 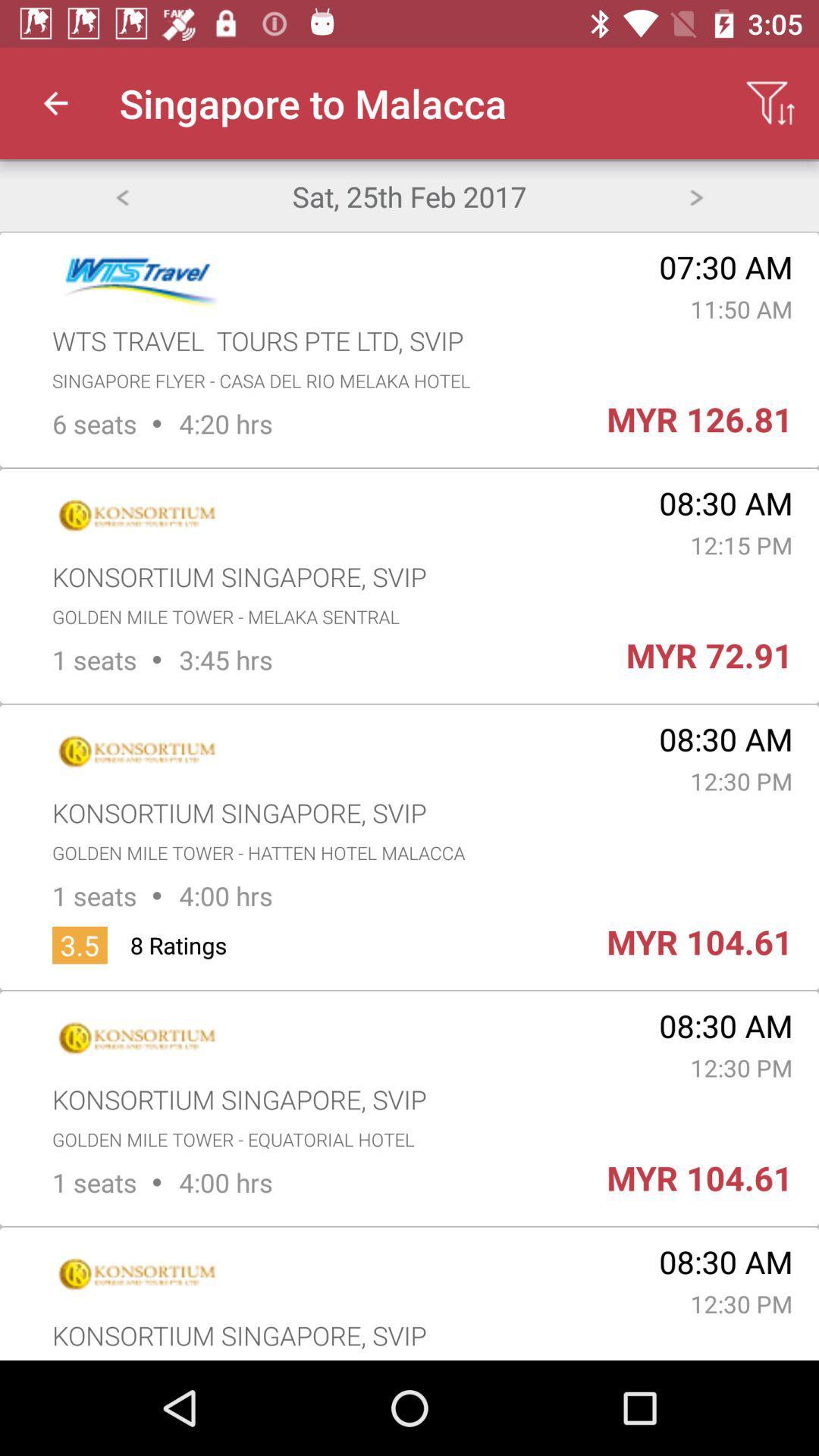 I want to click on the item above the 07:30 am icon, so click(x=696, y=195).